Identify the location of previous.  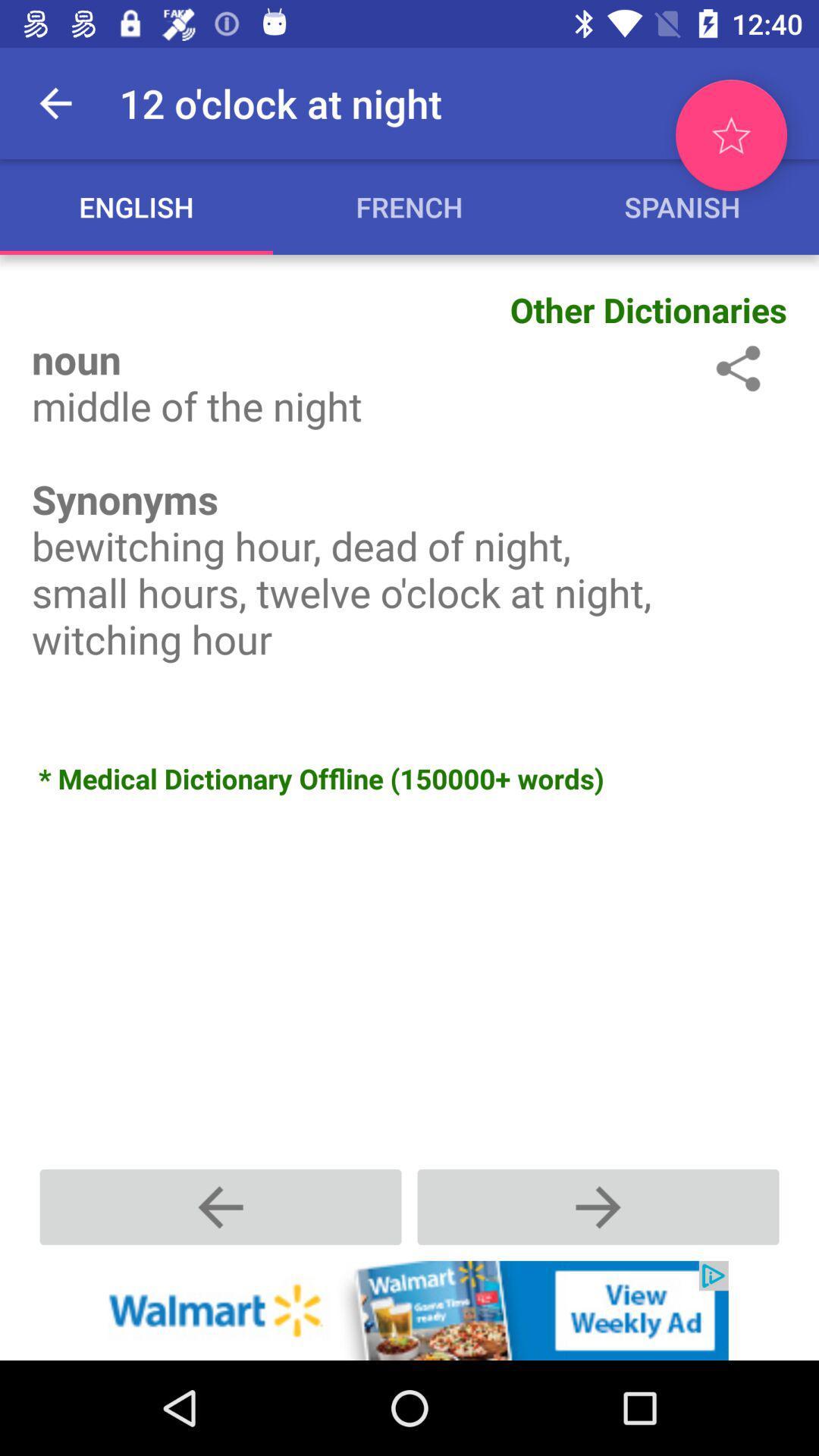
(220, 1206).